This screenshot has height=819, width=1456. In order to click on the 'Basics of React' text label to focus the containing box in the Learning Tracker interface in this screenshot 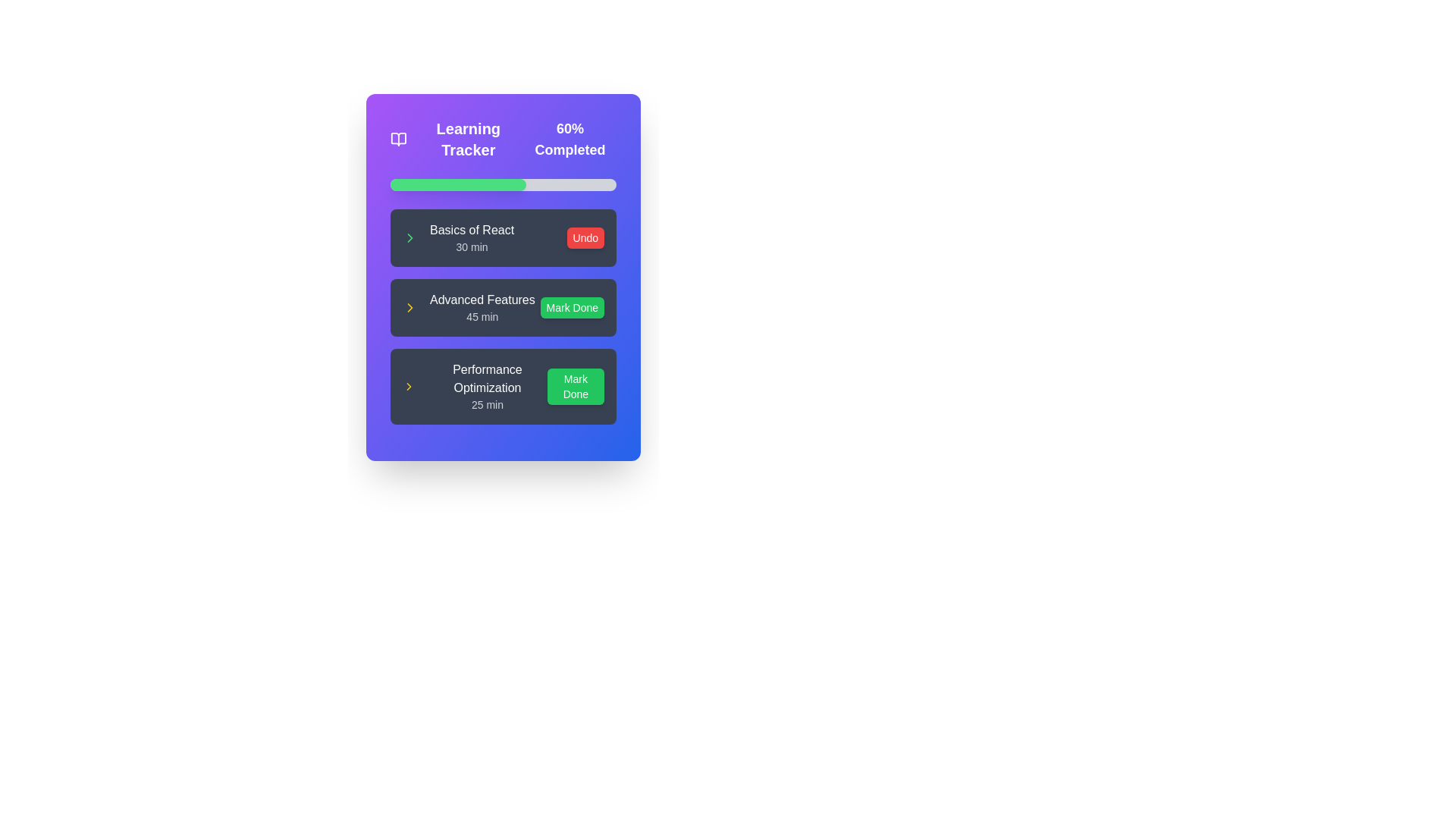, I will do `click(471, 237)`.